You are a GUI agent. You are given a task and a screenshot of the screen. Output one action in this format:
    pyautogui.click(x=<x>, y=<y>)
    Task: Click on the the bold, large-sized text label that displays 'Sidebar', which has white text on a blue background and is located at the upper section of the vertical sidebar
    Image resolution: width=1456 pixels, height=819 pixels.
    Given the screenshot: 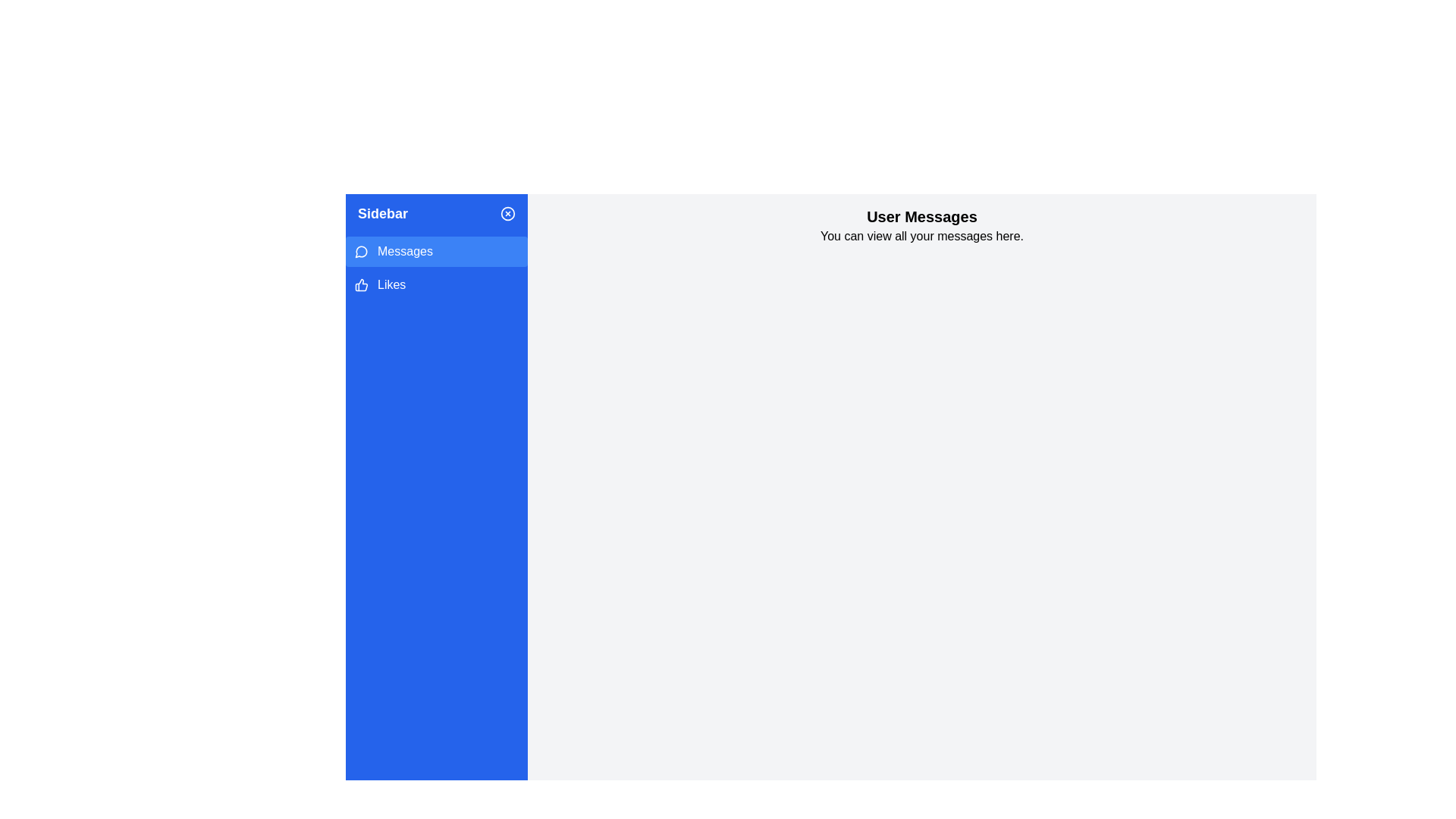 What is the action you would take?
    pyautogui.click(x=382, y=213)
    